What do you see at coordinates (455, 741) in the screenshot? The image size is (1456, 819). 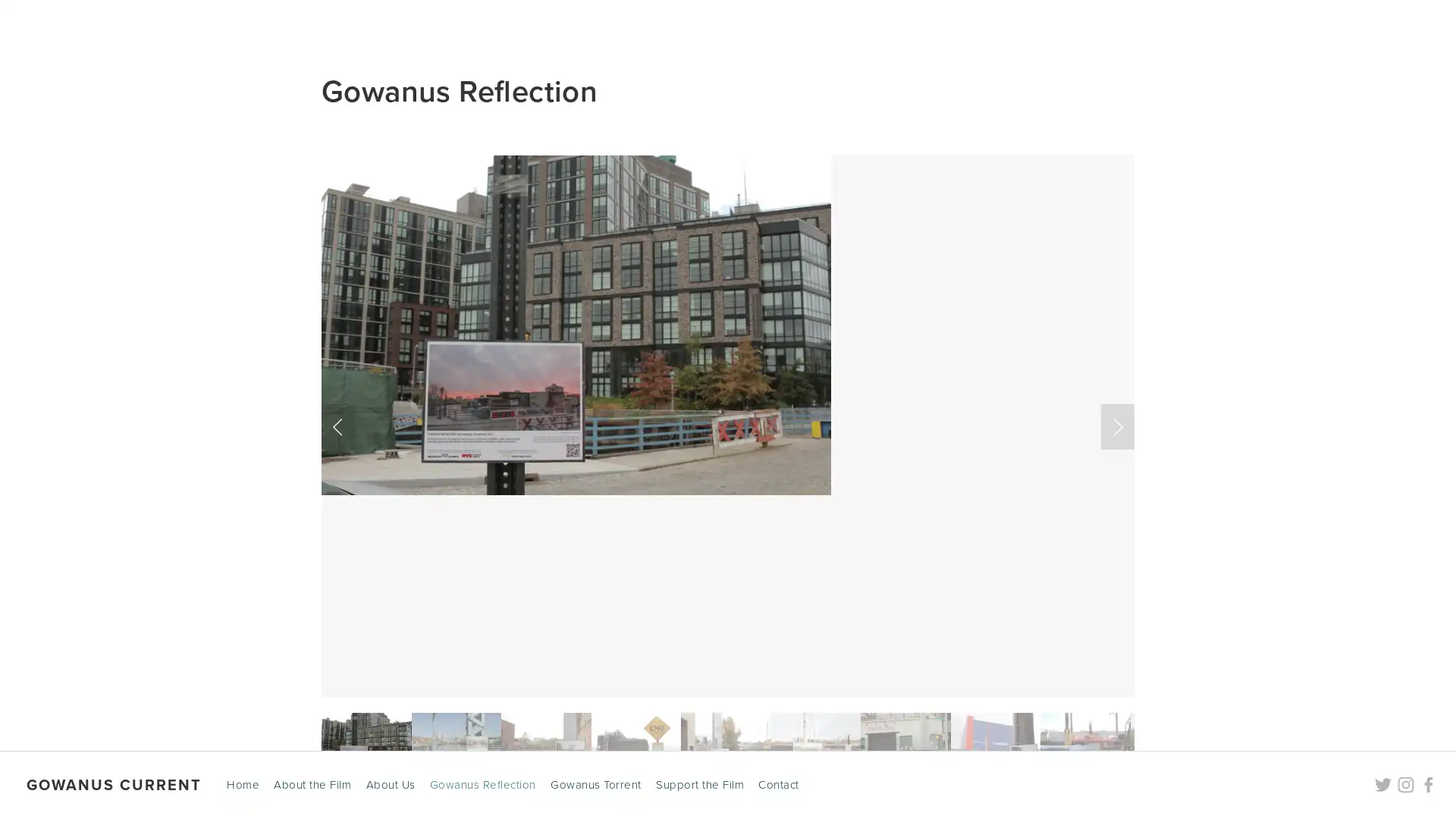 I see `Slide 2` at bounding box center [455, 741].